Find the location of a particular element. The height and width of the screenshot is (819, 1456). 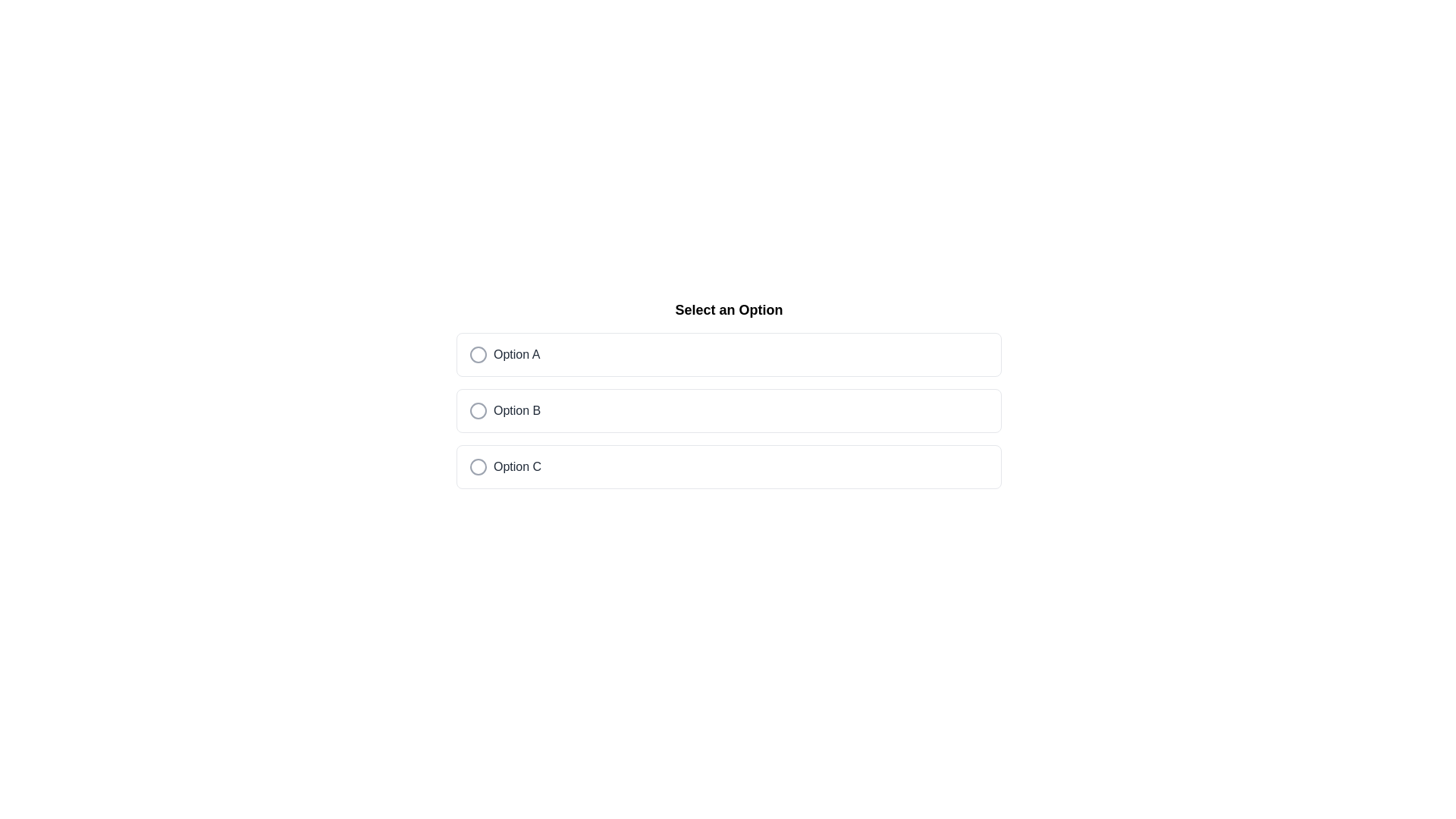

the second option in the selectable list labeled 'Select an Option' is located at coordinates (729, 411).